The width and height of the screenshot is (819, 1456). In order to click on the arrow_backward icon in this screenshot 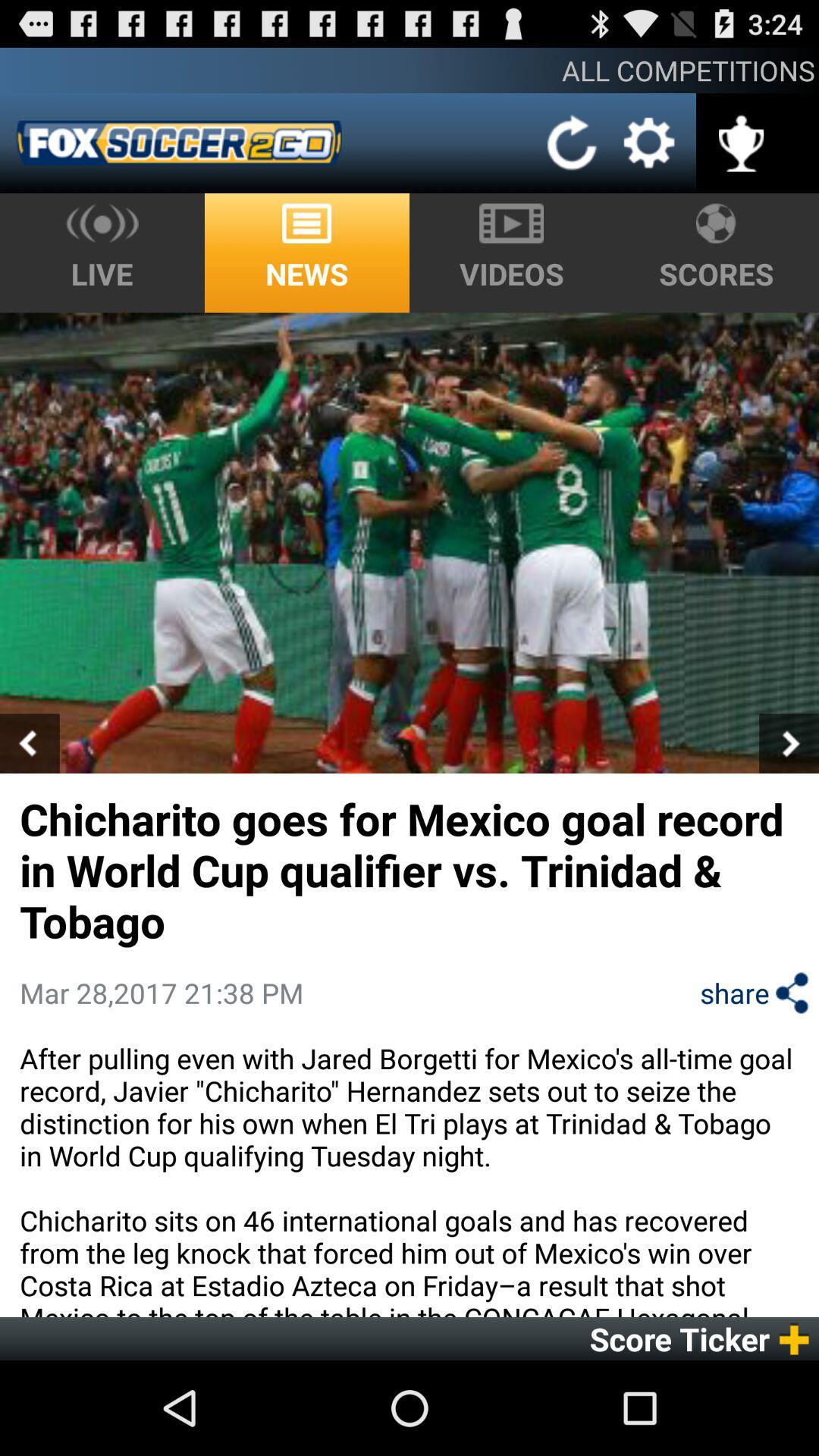, I will do `click(30, 795)`.